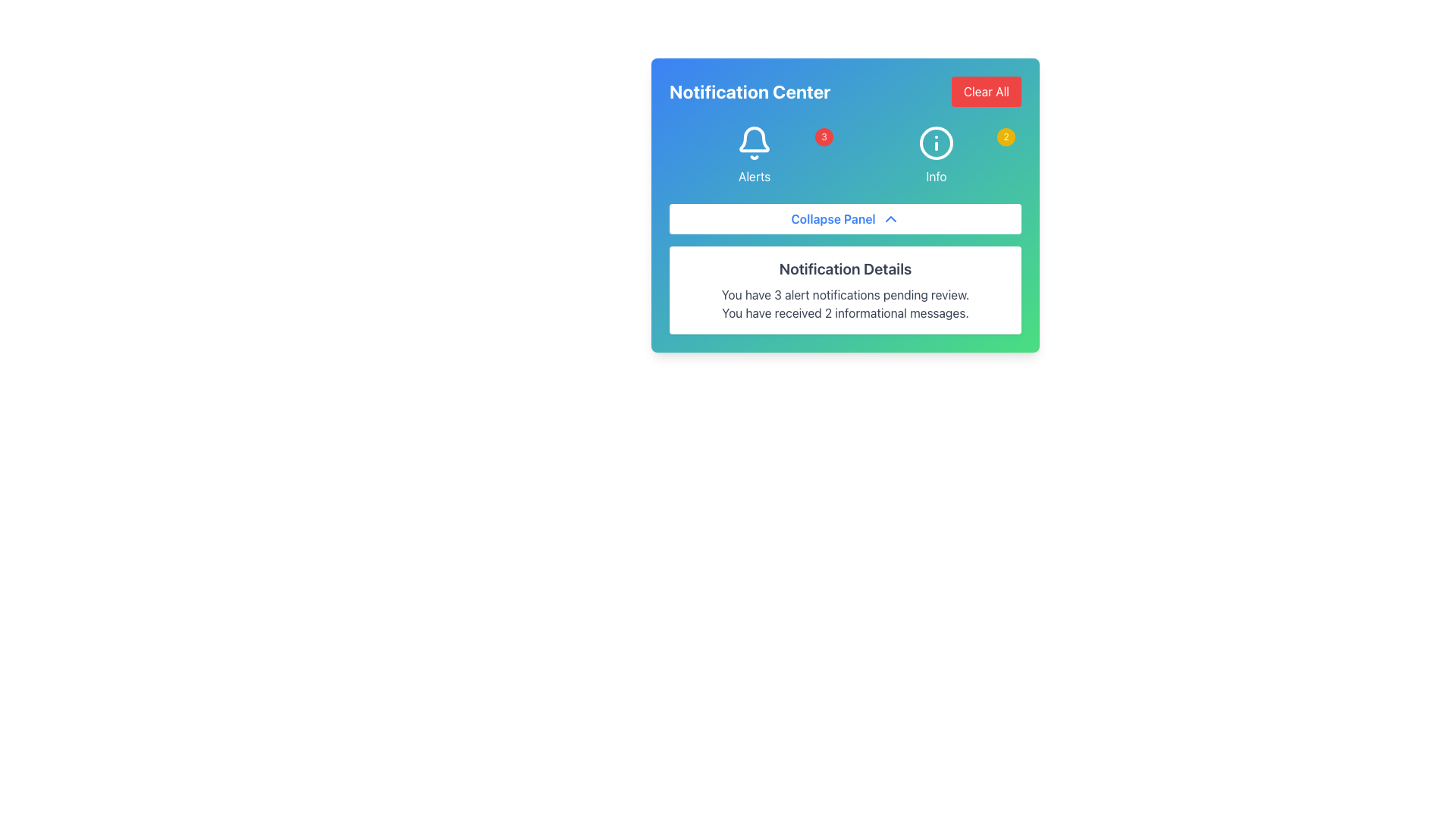 Image resolution: width=1456 pixels, height=819 pixels. Describe the element at coordinates (823, 137) in the screenshot. I see `the Notification Badge, a small circular badge with a red background and the number '3' in bold white text, located in the upper-right corner of the notification interface` at that location.